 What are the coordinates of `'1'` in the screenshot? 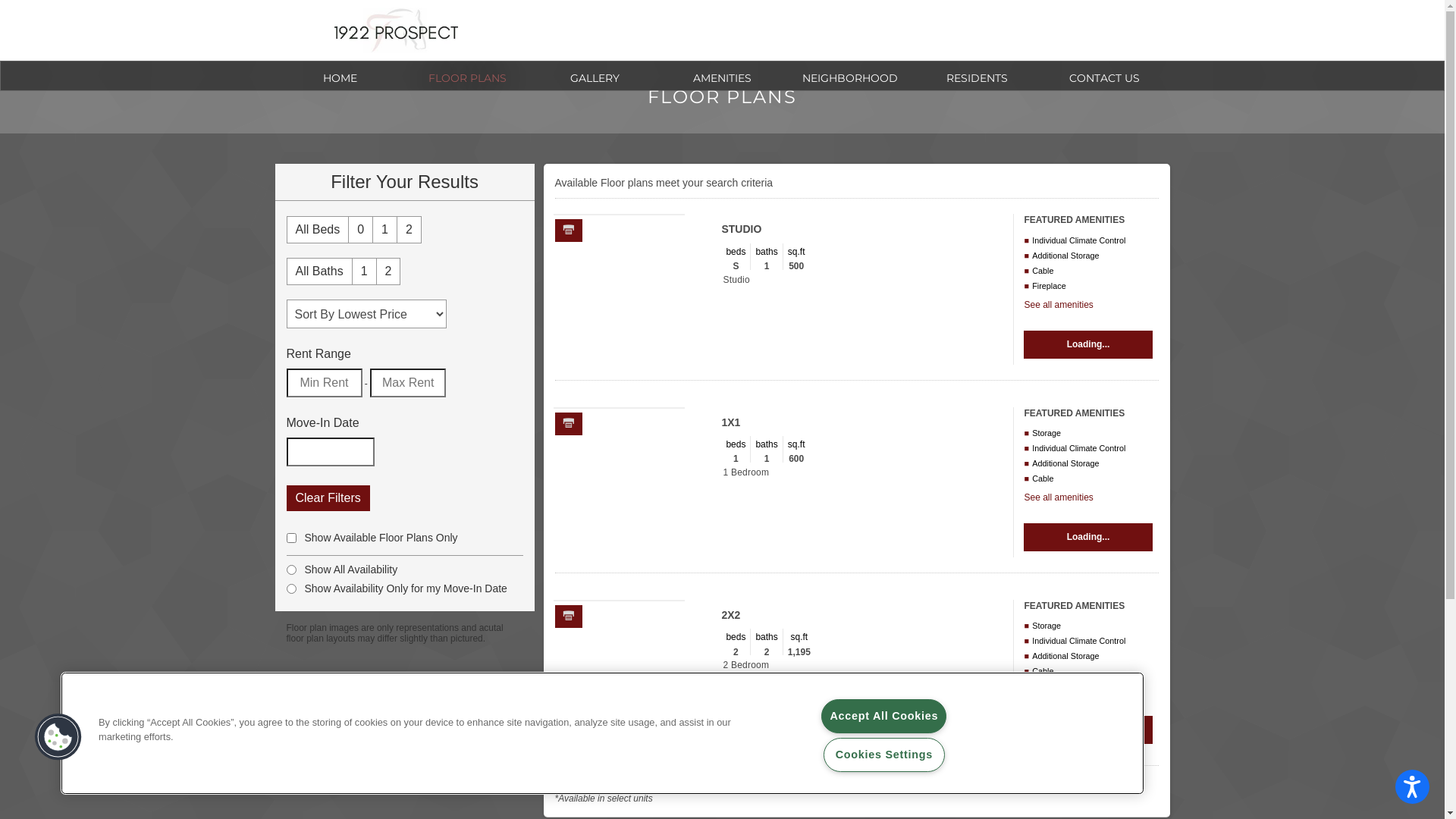 It's located at (352, 271).